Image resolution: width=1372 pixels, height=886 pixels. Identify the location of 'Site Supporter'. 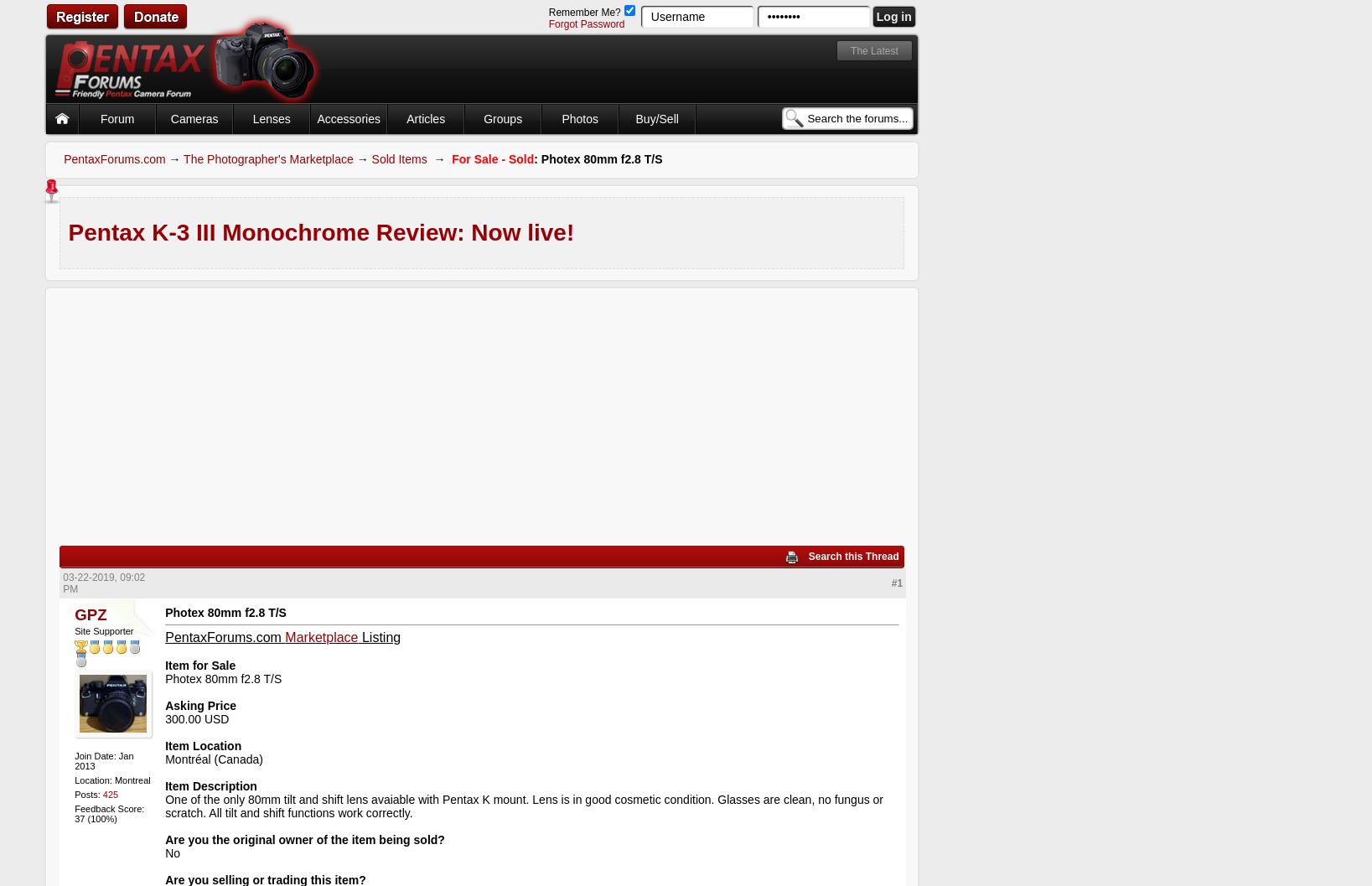
(103, 629).